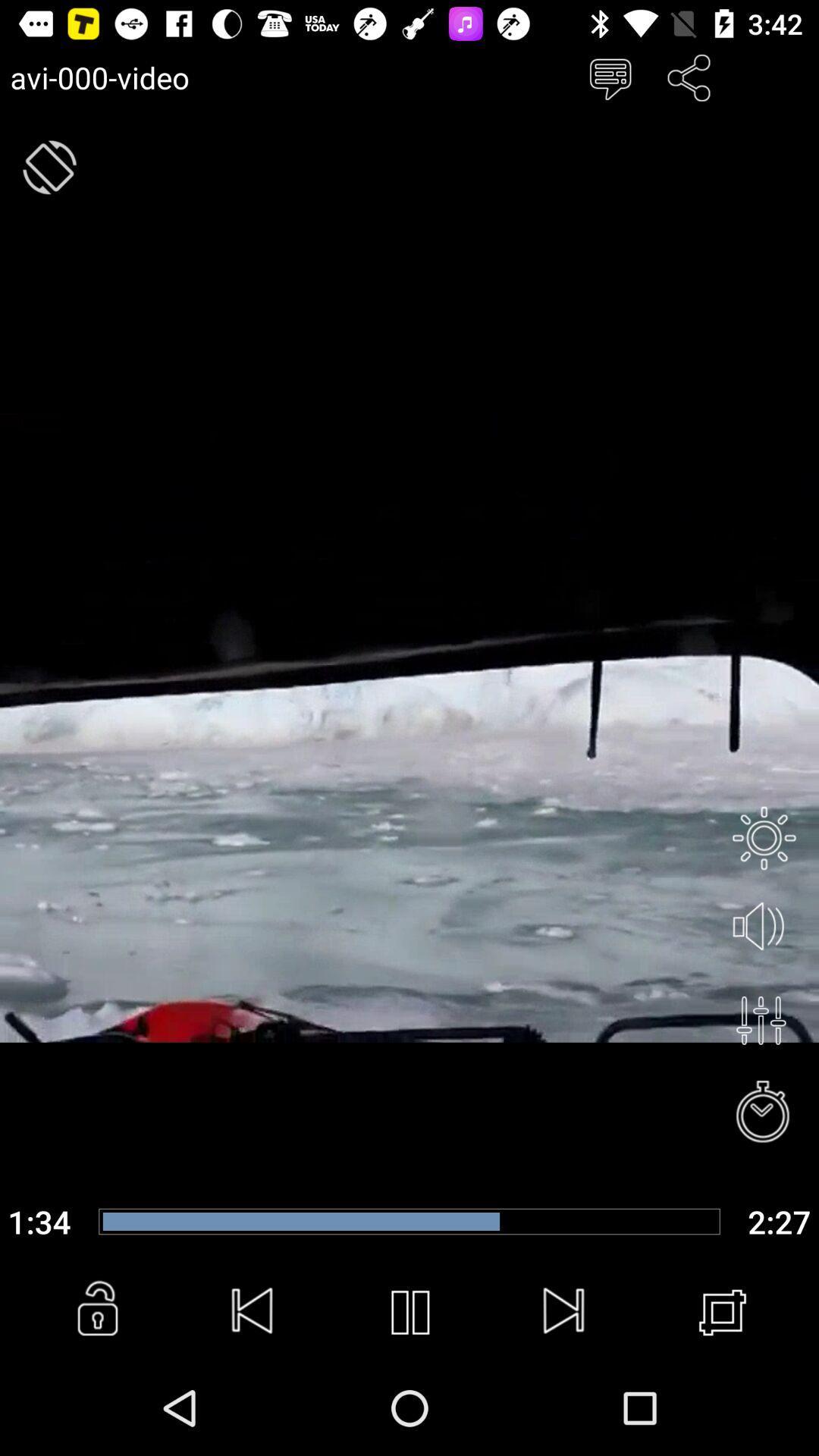 The height and width of the screenshot is (1456, 819). What do you see at coordinates (409, 1312) in the screenshot?
I see `video play` at bounding box center [409, 1312].